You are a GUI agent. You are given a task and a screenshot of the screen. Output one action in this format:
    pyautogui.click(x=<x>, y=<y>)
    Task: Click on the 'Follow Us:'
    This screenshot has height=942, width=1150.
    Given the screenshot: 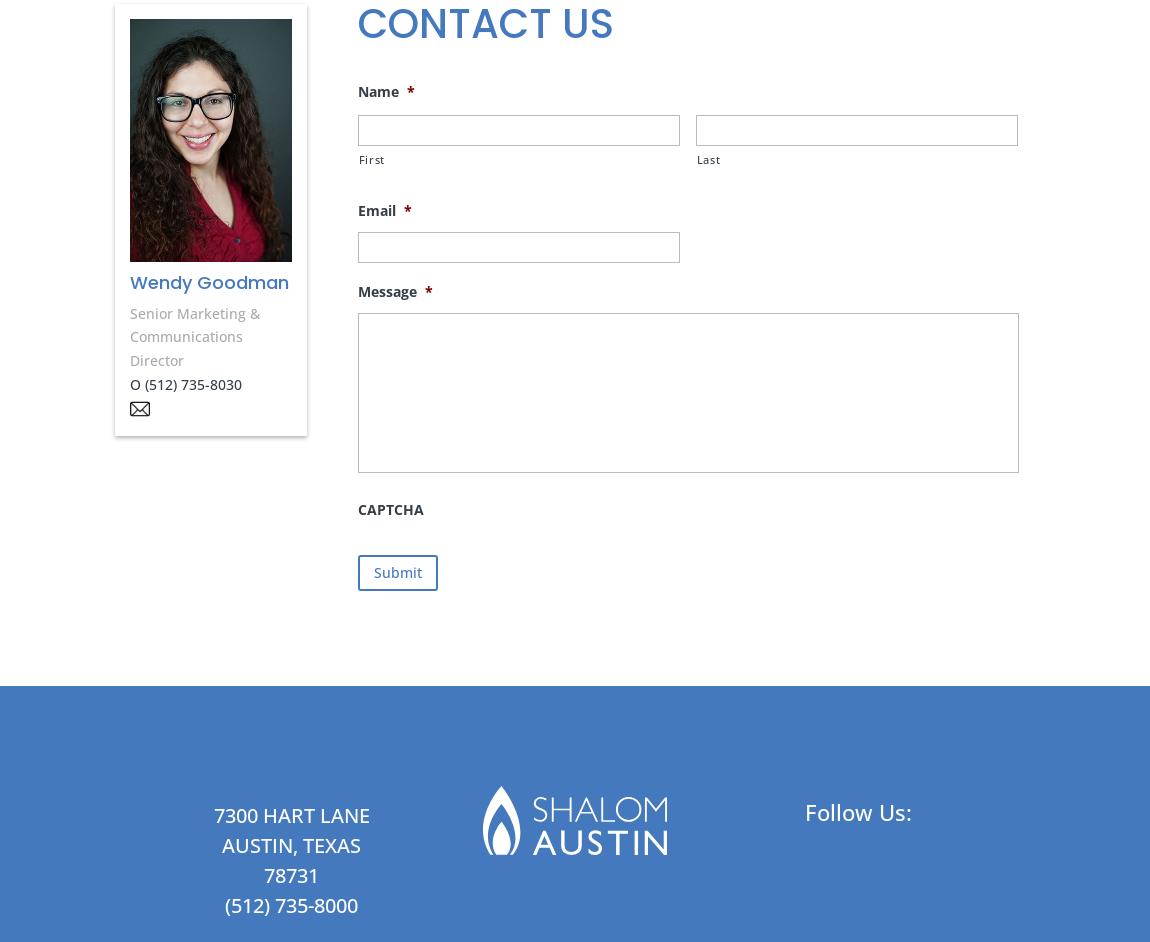 What is the action you would take?
    pyautogui.click(x=856, y=811)
    